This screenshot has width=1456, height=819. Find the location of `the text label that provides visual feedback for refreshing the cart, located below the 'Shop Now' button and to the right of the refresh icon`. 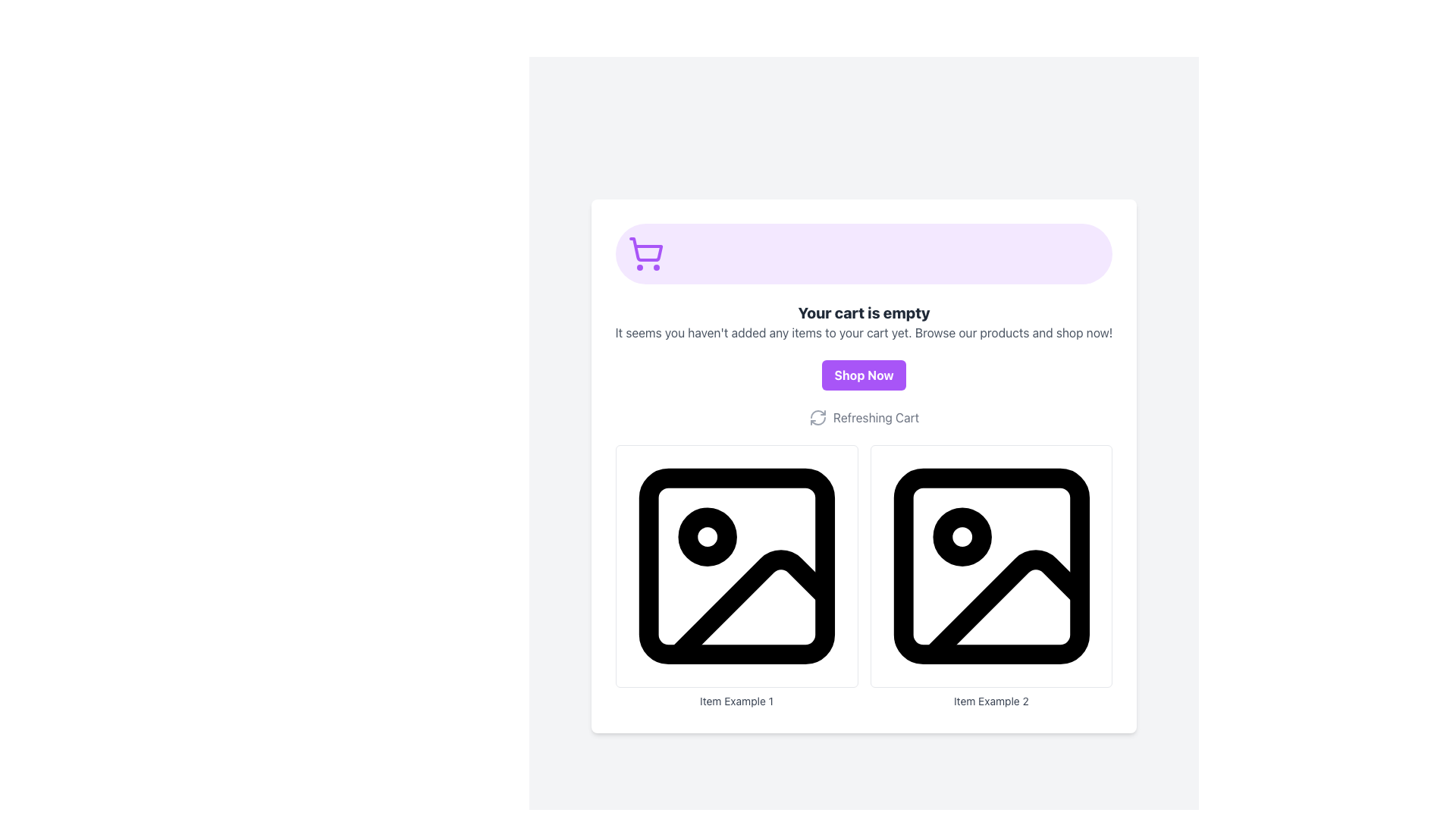

the text label that provides visual feedback for refreshing the cart, located below the 'Shop Now' button and to the right of the refresh icon is located at coordinates (876, 418).